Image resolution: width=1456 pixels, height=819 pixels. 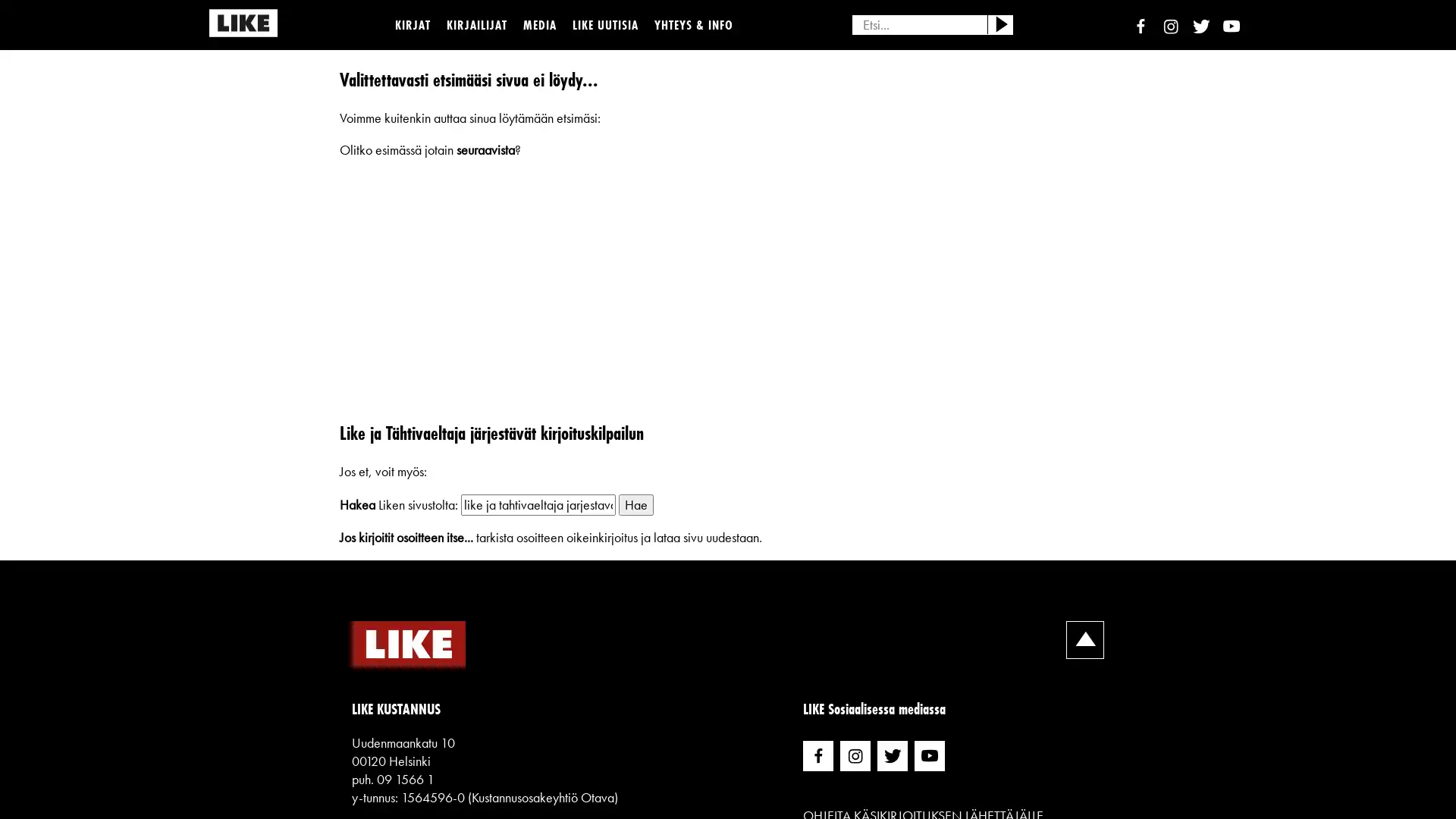 I want to click on Hae, so click(x=636, y=504).